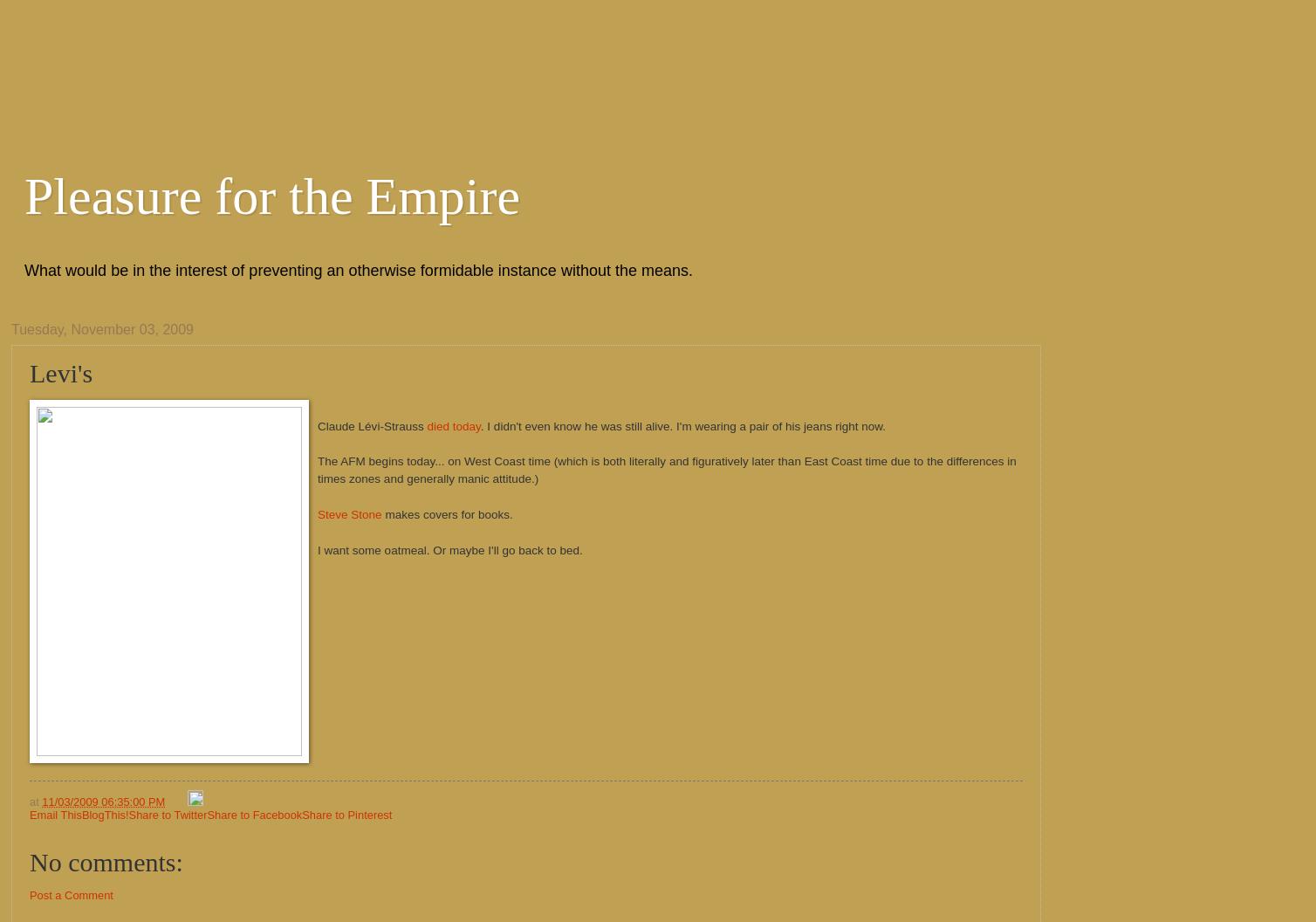 The height and width of the screenshot is (922, 1316). I want to click on 'Post a Comment', so click(71, 894).